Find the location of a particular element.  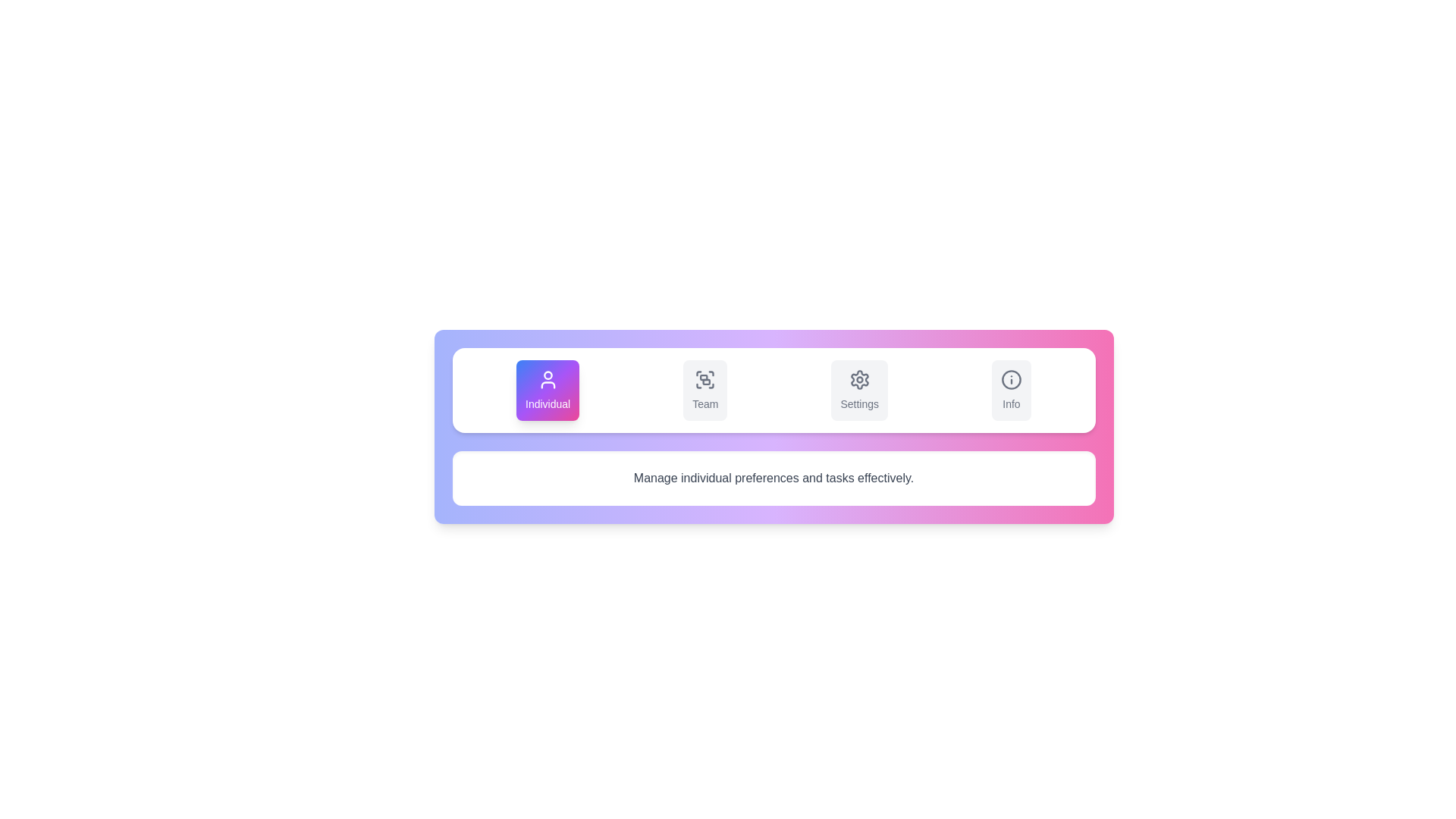

'Team' text label, which is styled in gray with a medium weight, located beneath a group icon in the second button of a horizontal menu is located at coordinates (704, 403).